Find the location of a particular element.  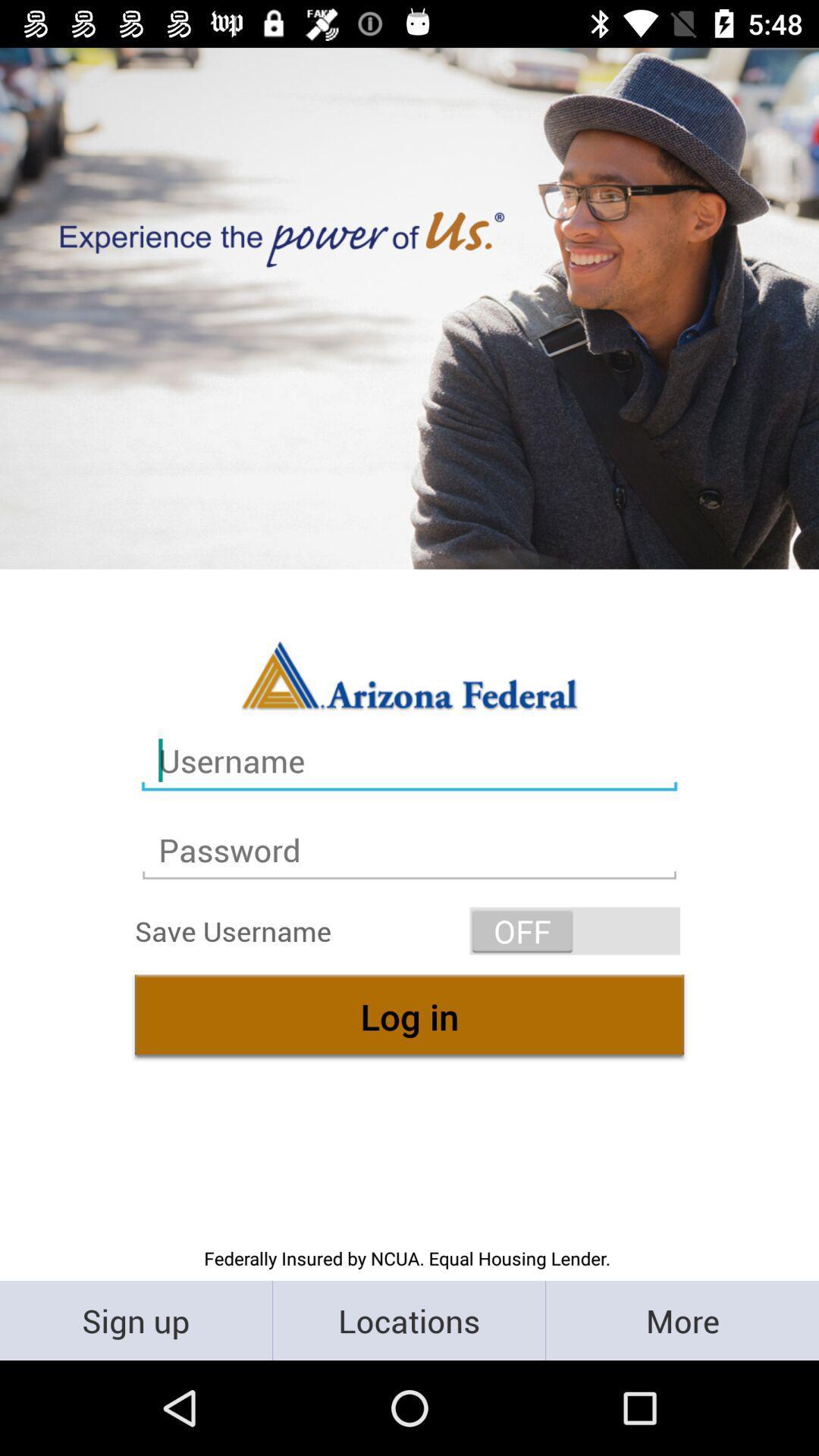

log in icon is located at coordinates (409, 1016).